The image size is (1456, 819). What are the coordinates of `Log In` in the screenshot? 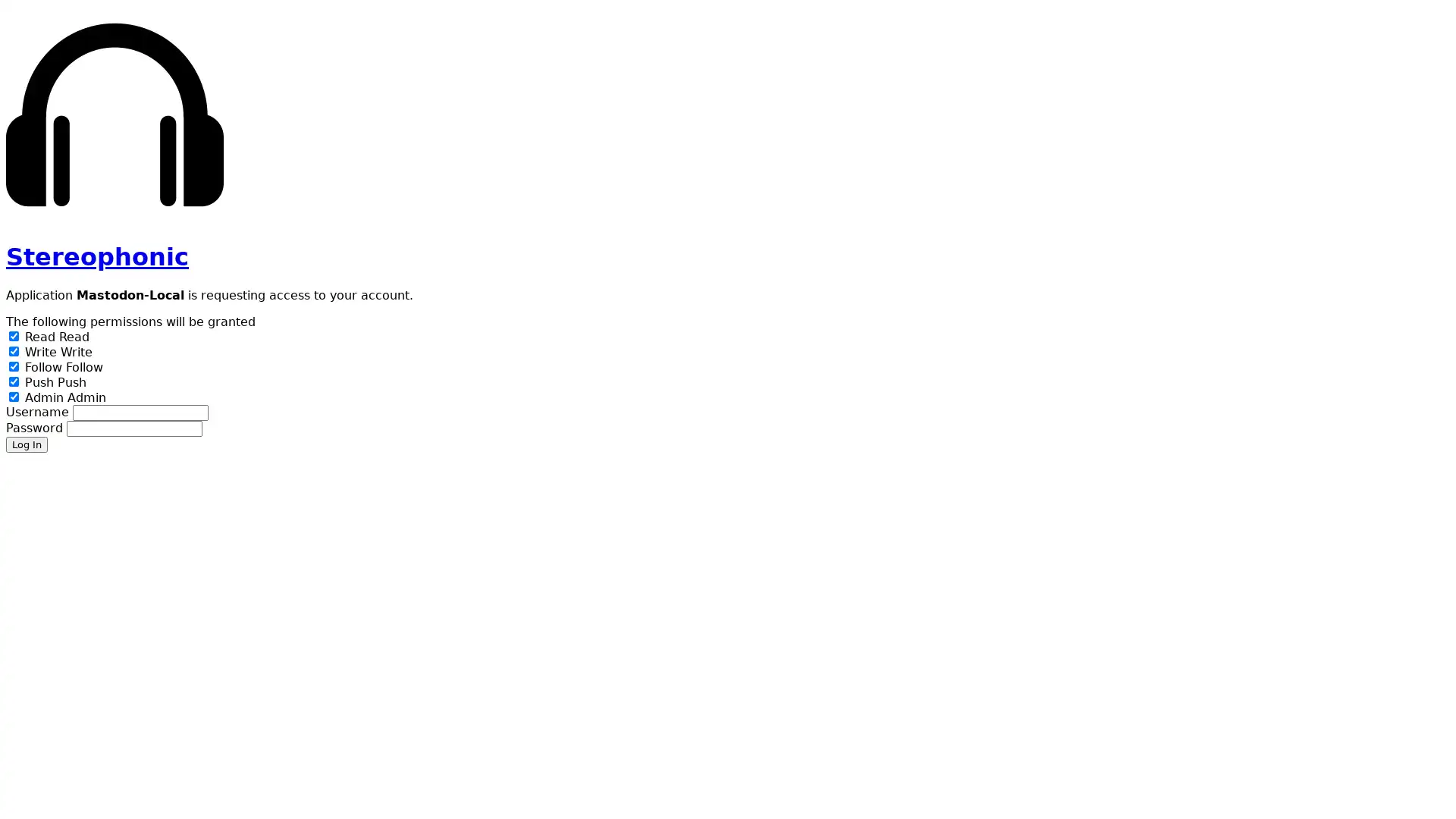 It's located at (27, 444).